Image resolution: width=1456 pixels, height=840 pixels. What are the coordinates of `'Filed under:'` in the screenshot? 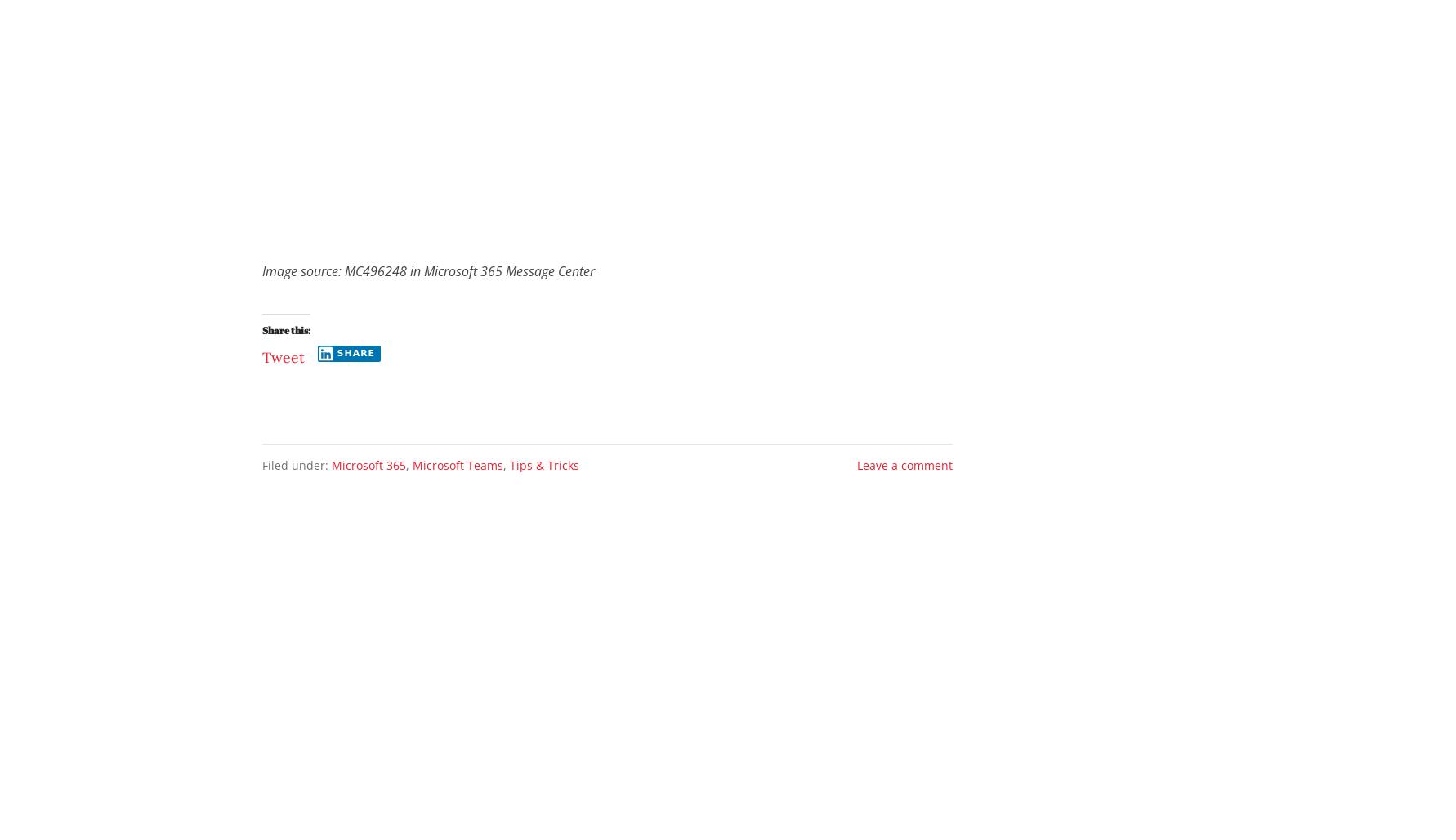 It's located at (297, 465).